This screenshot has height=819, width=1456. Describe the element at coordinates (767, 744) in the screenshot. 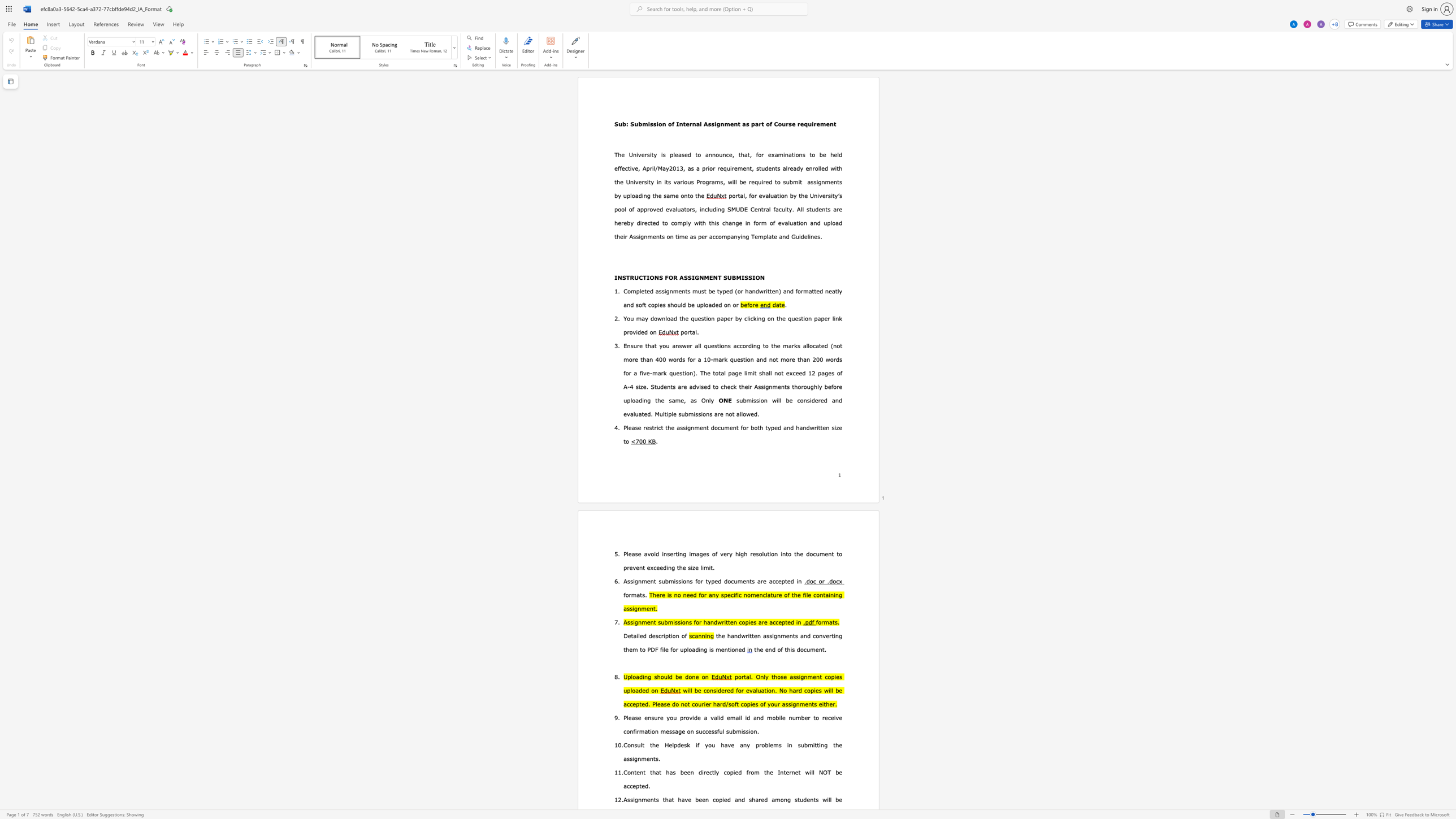

I see `the space between the continuous character "b" and "l" in the text` at that location.